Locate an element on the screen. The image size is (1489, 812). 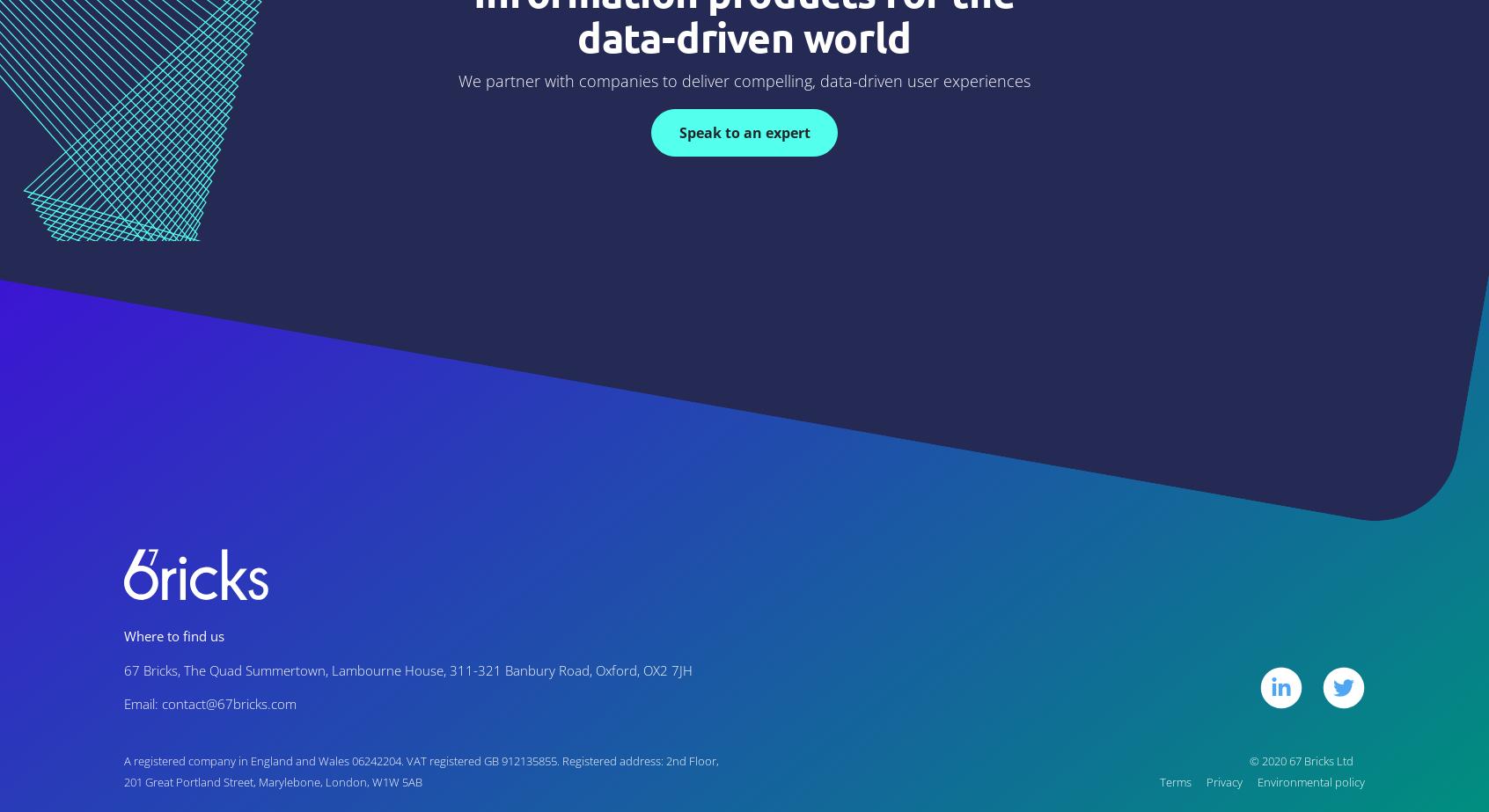
'Where to find us' is located at coordinates (123, 634).